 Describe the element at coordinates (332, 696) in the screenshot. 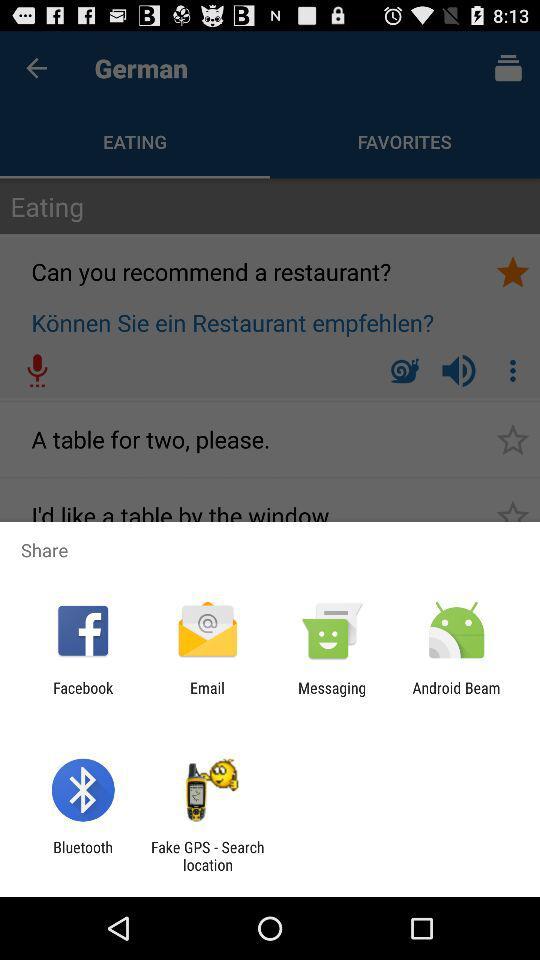

I see `icon to the right of the email item` at that location.